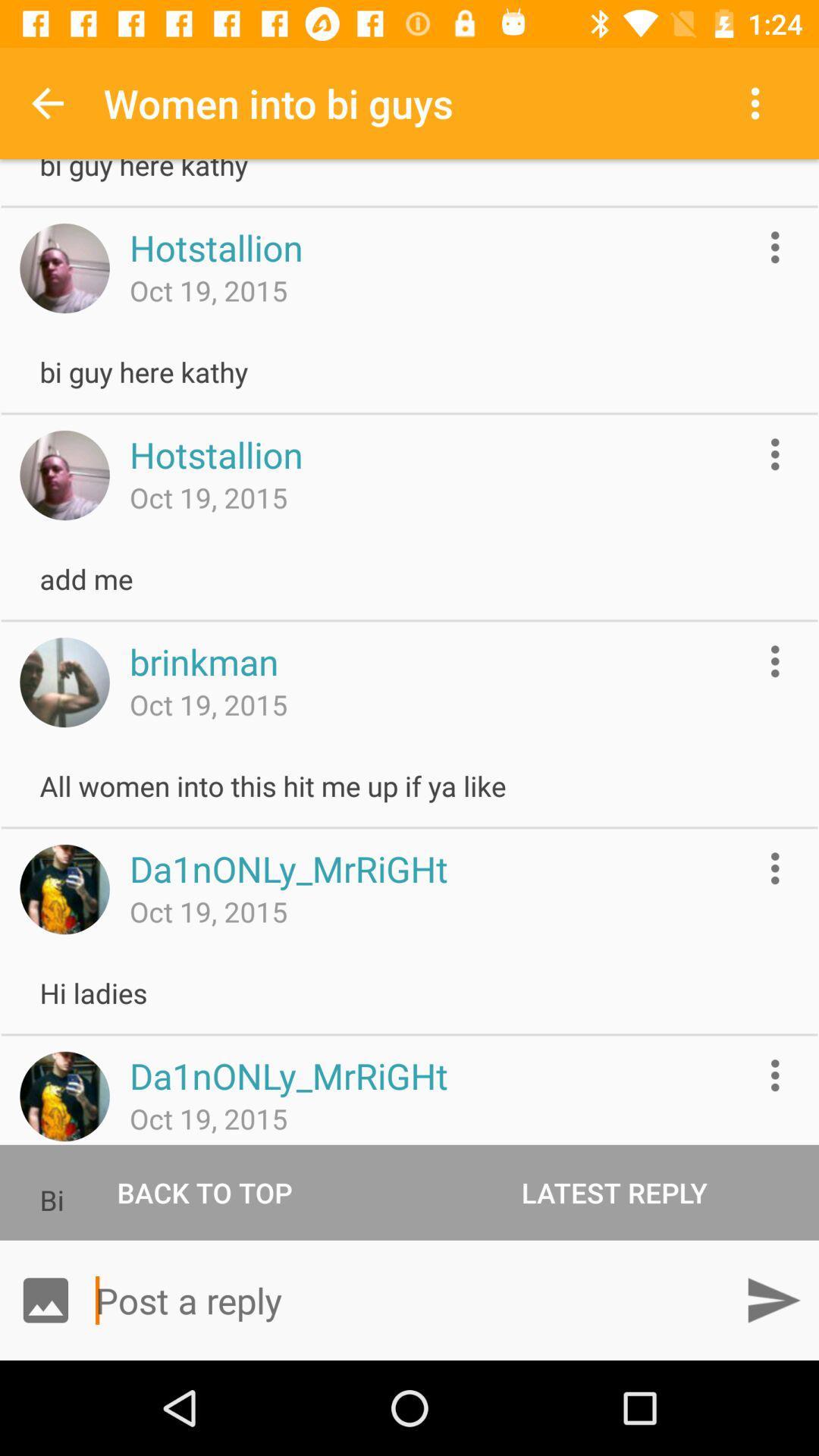 This screenshot has width=819, height=1456. What do you see at coordinates (64, 475) in the screenshot?
I see `profile picture` at bounding box center [64, 475].